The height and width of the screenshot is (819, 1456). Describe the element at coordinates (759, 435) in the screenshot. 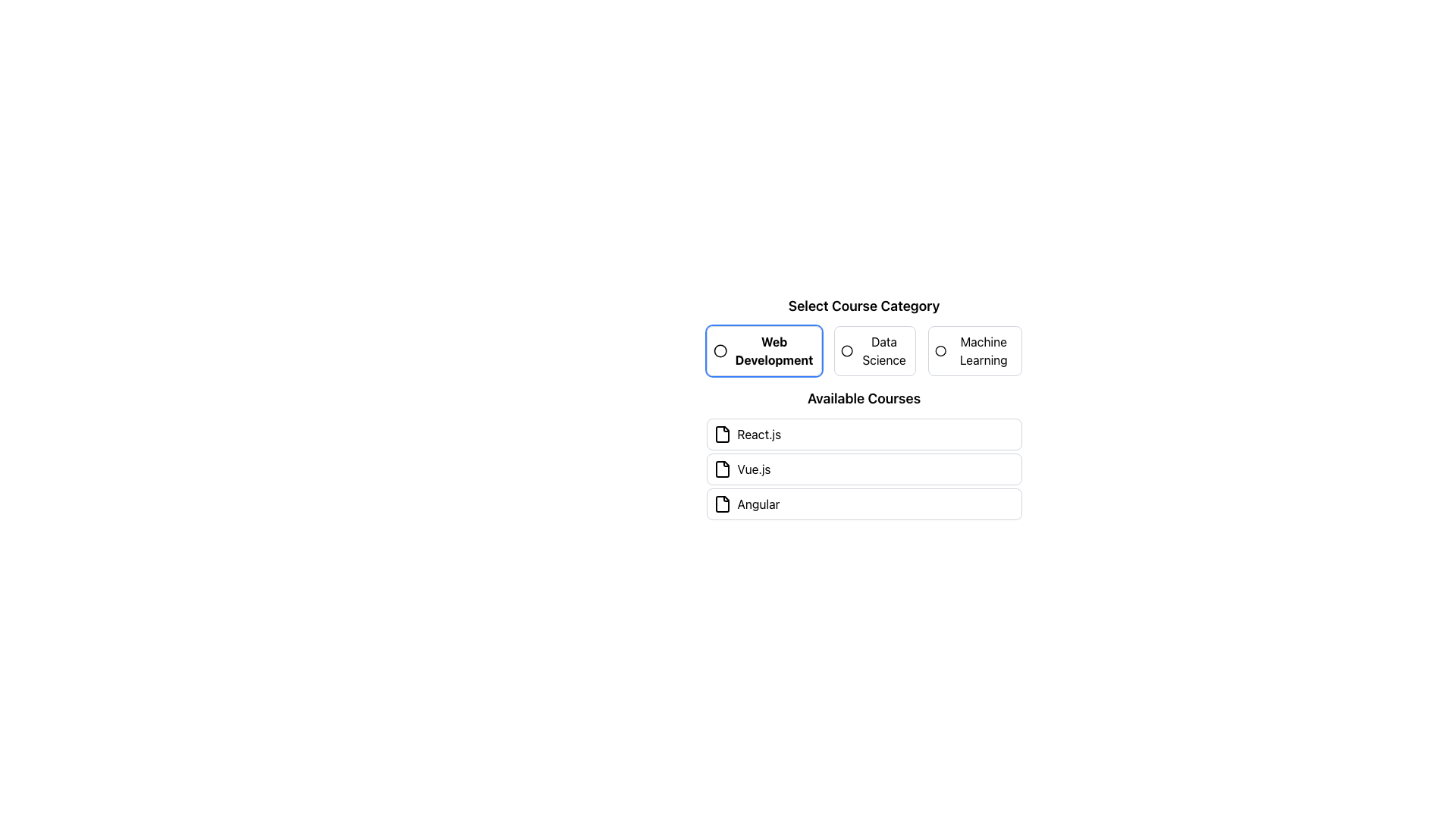

I see `the 'React.js' text label in the 'Available Courses' section` at that location.